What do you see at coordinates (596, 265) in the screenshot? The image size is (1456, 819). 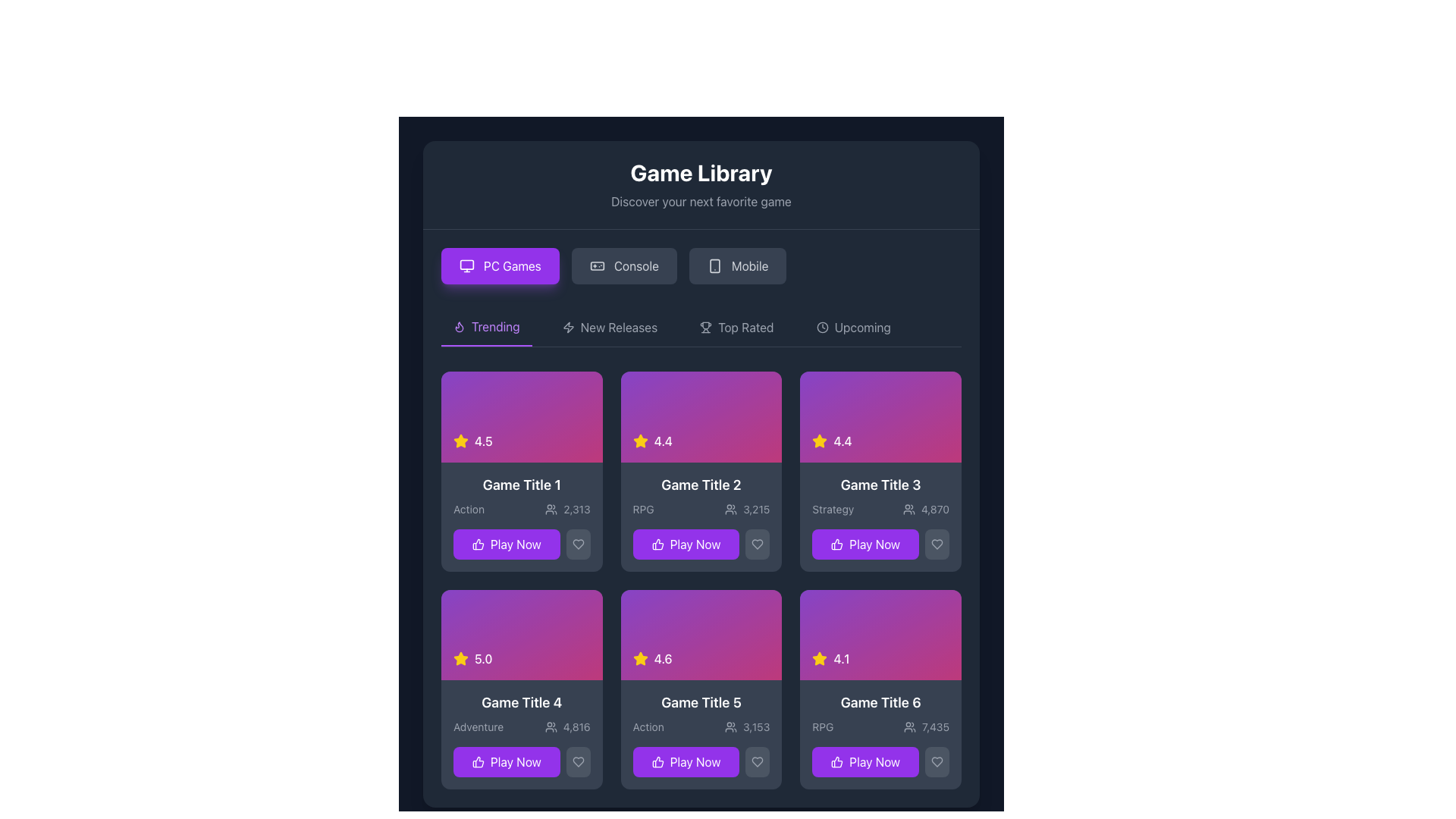 I see `the game controller icon within the 'Console' button` at bounding box center [596, 265].